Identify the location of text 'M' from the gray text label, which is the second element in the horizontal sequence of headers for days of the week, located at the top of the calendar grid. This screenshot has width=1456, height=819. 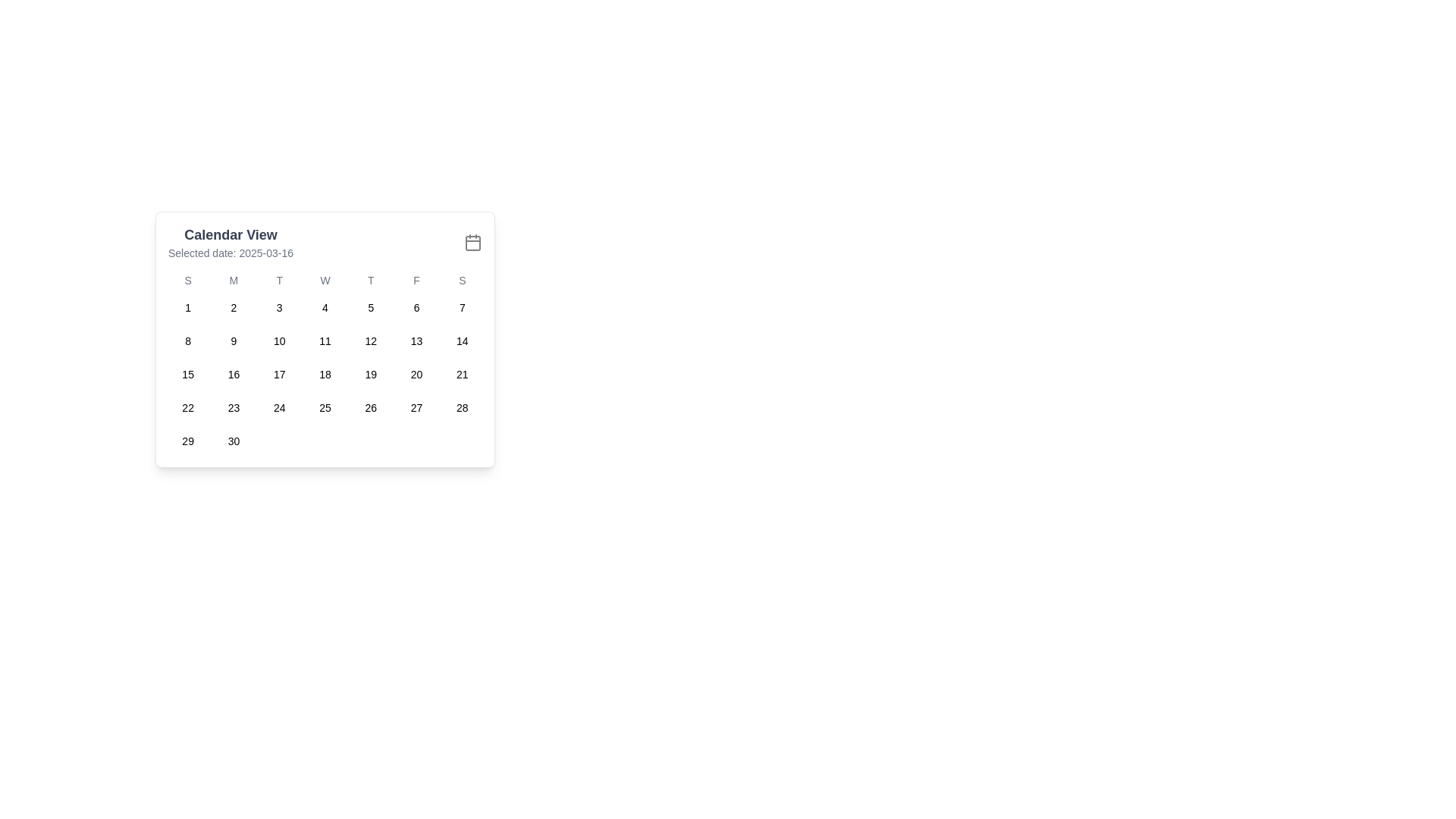
(233, 281).